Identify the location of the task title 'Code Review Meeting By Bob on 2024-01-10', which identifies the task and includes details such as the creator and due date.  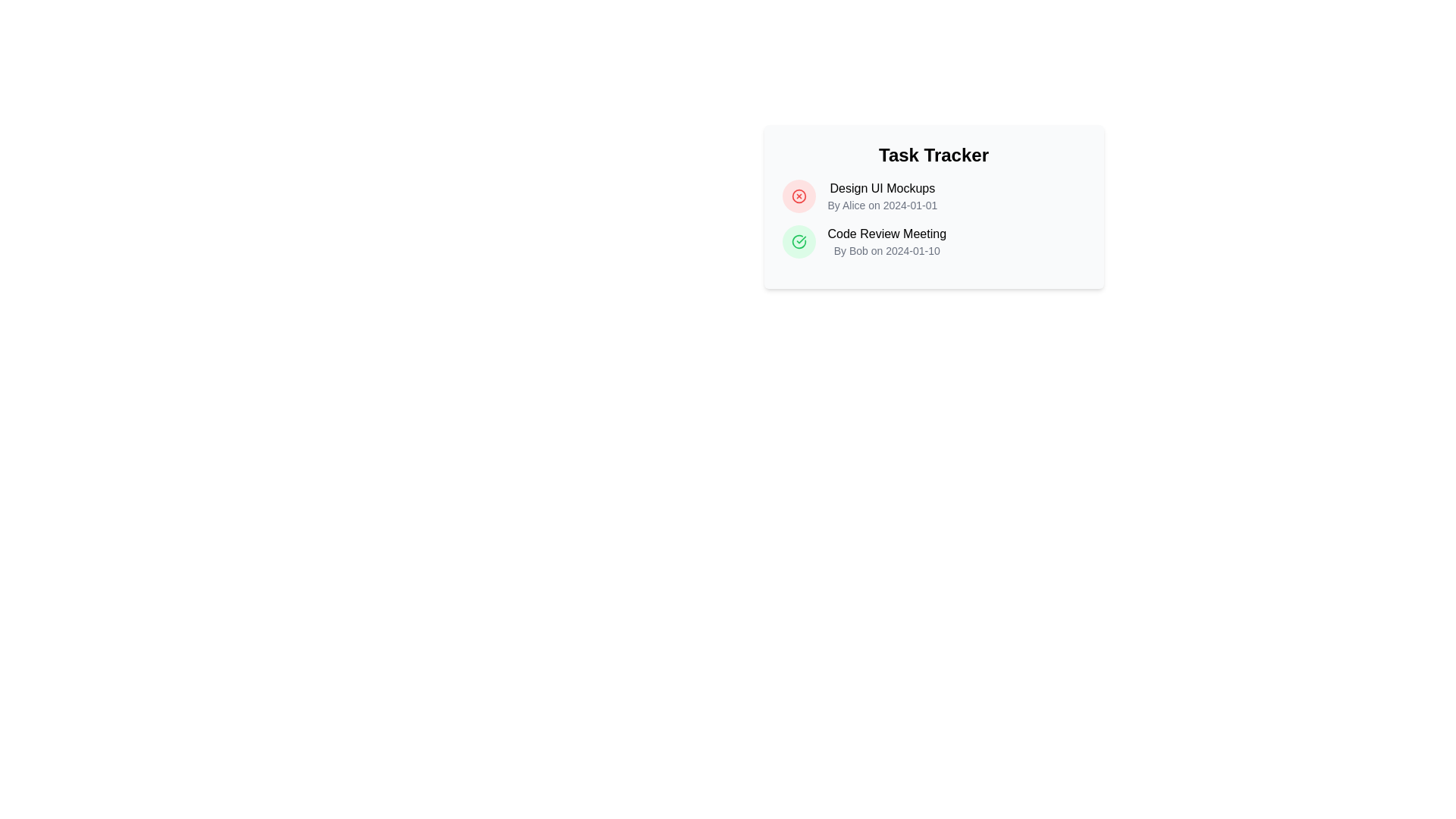
(886, 234).